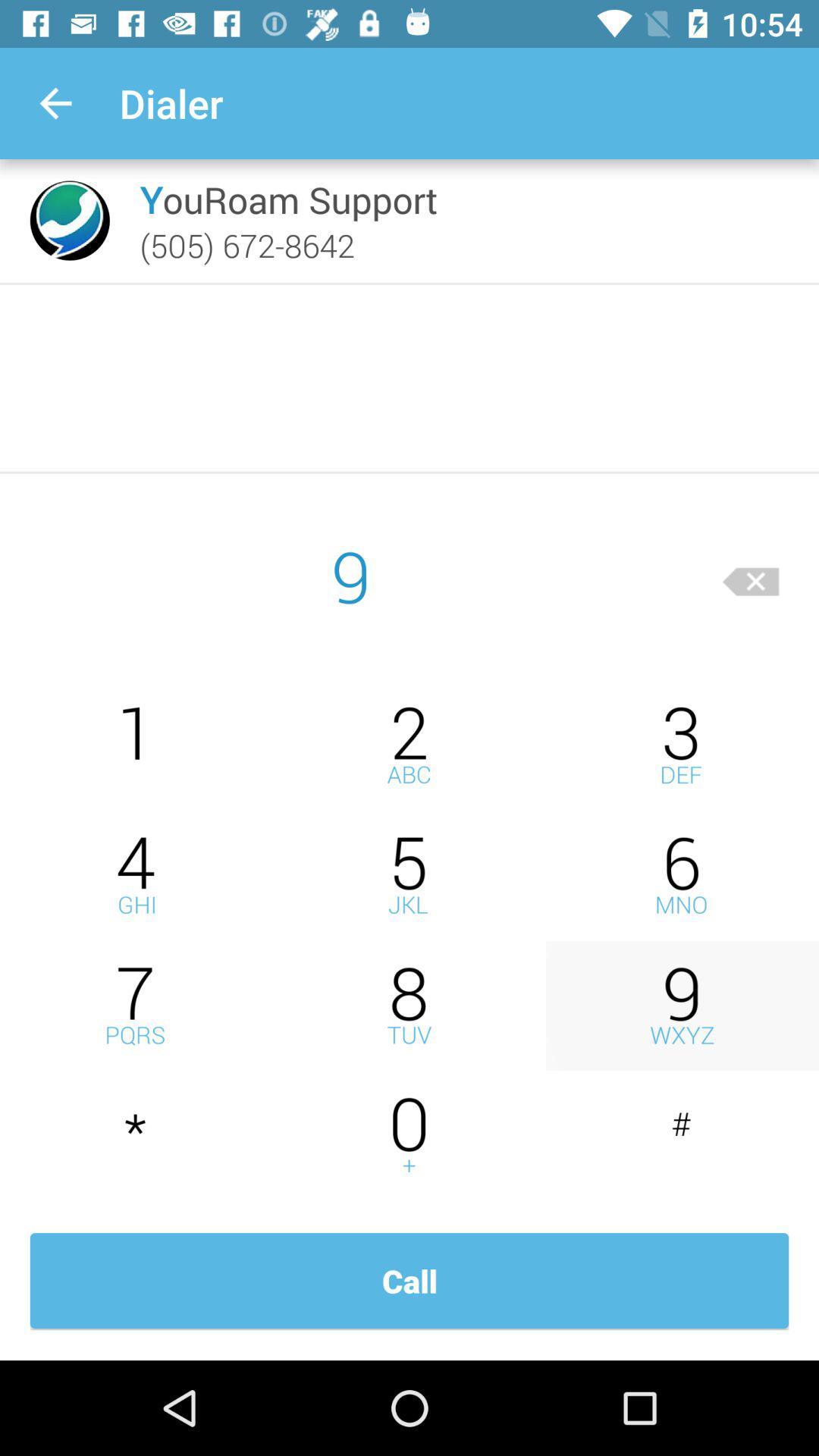 The image size is (819, 1456). What do you see at coordinates (409, 1006) in the screenshot?
I see `number 8 icon` at bounding box center [409, 1006].